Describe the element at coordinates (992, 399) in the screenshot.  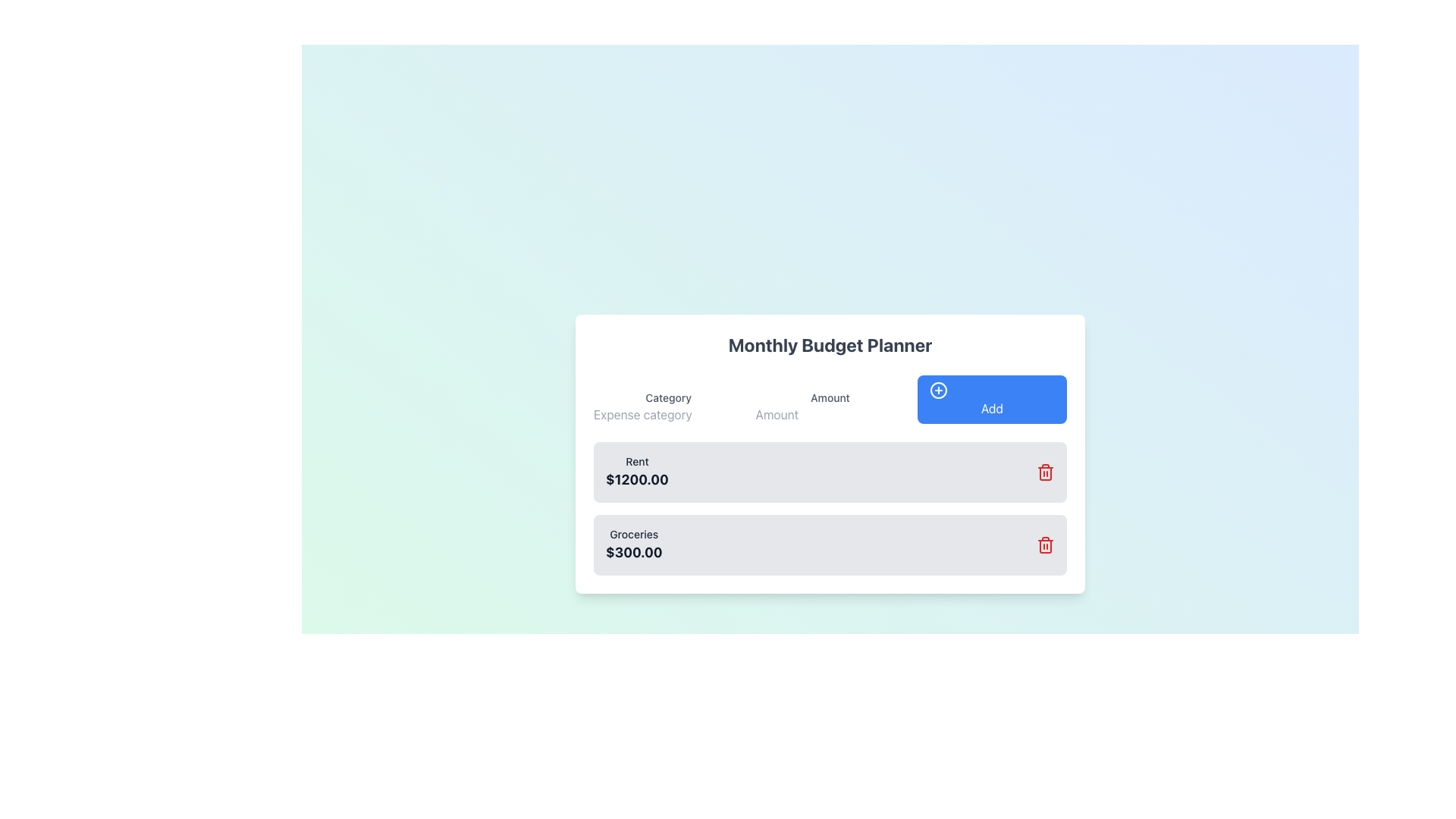
I see `the 'Add' button, which has a blue background, white text, and a '+' icon, located in the rightmost column below the 'Amount' field in the 'Monthly Budget Planner.'` at that location.